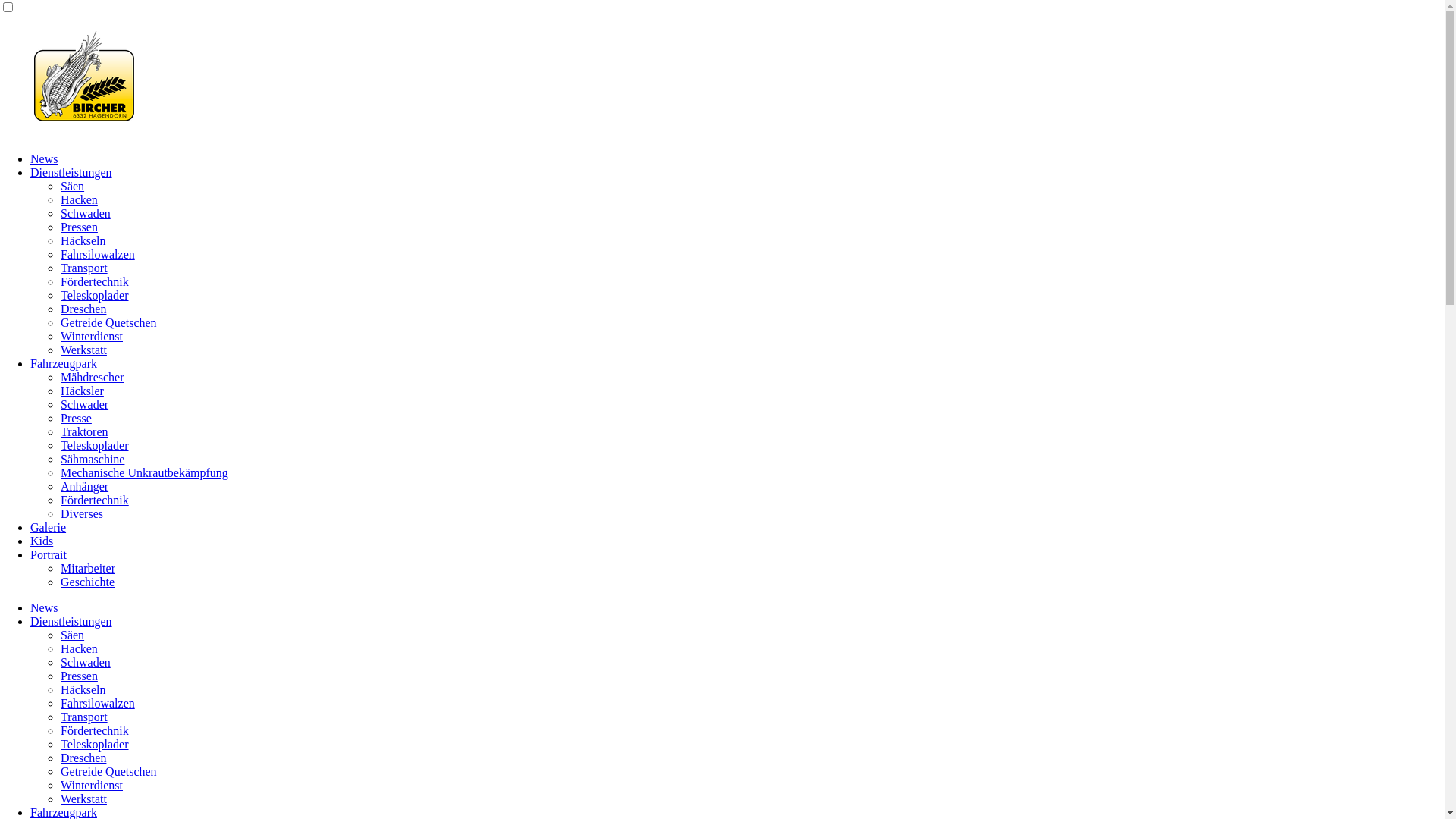 The width and height of the screenshot is (1456, 819). What do you see at coordinates (90, 785) in the screenshot?
I see `'Winterdienst'` at bounding box center [90, 785].